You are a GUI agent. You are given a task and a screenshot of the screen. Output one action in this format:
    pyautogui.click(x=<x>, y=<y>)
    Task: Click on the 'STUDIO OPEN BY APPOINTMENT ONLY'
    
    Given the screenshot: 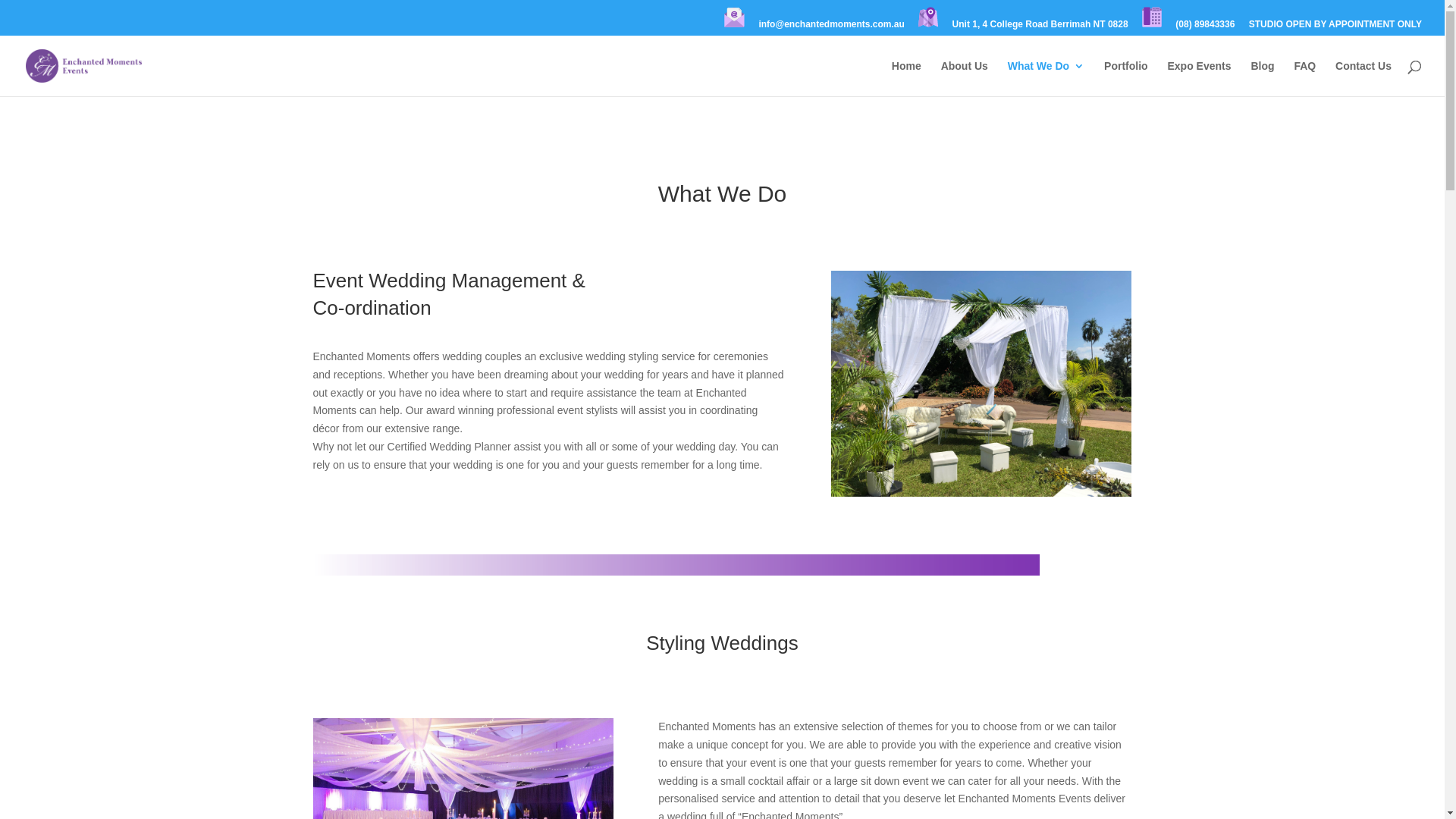 What is the action you would take?
    pyautogui.click(x=1248, y=27)
    